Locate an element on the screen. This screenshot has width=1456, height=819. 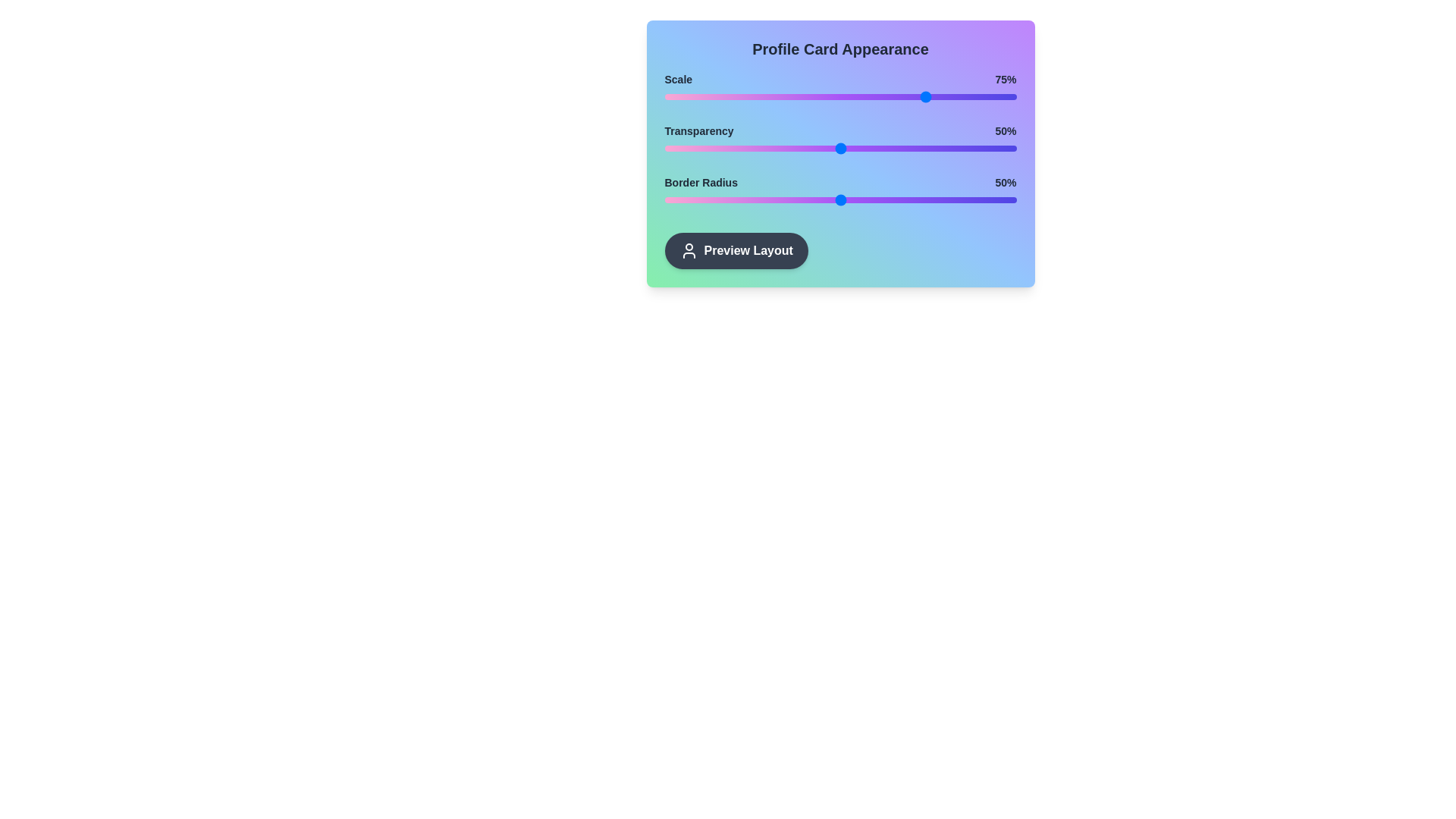
the user profile icon located is located at coordinates (688, 250).